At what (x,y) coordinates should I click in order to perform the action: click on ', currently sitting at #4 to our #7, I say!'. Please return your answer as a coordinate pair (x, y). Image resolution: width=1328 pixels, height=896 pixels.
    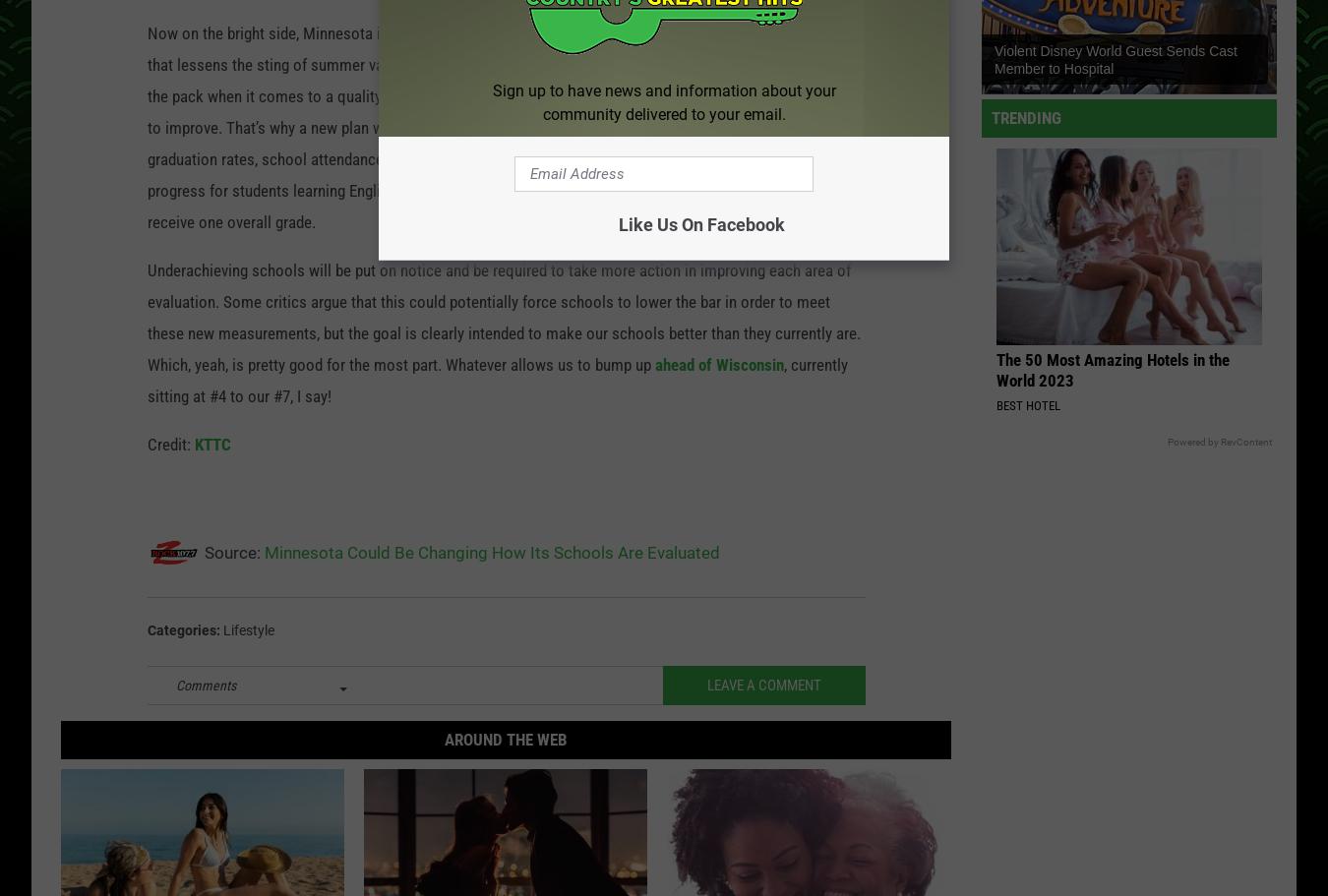
    Looking at the image, I should click on (496, 382).